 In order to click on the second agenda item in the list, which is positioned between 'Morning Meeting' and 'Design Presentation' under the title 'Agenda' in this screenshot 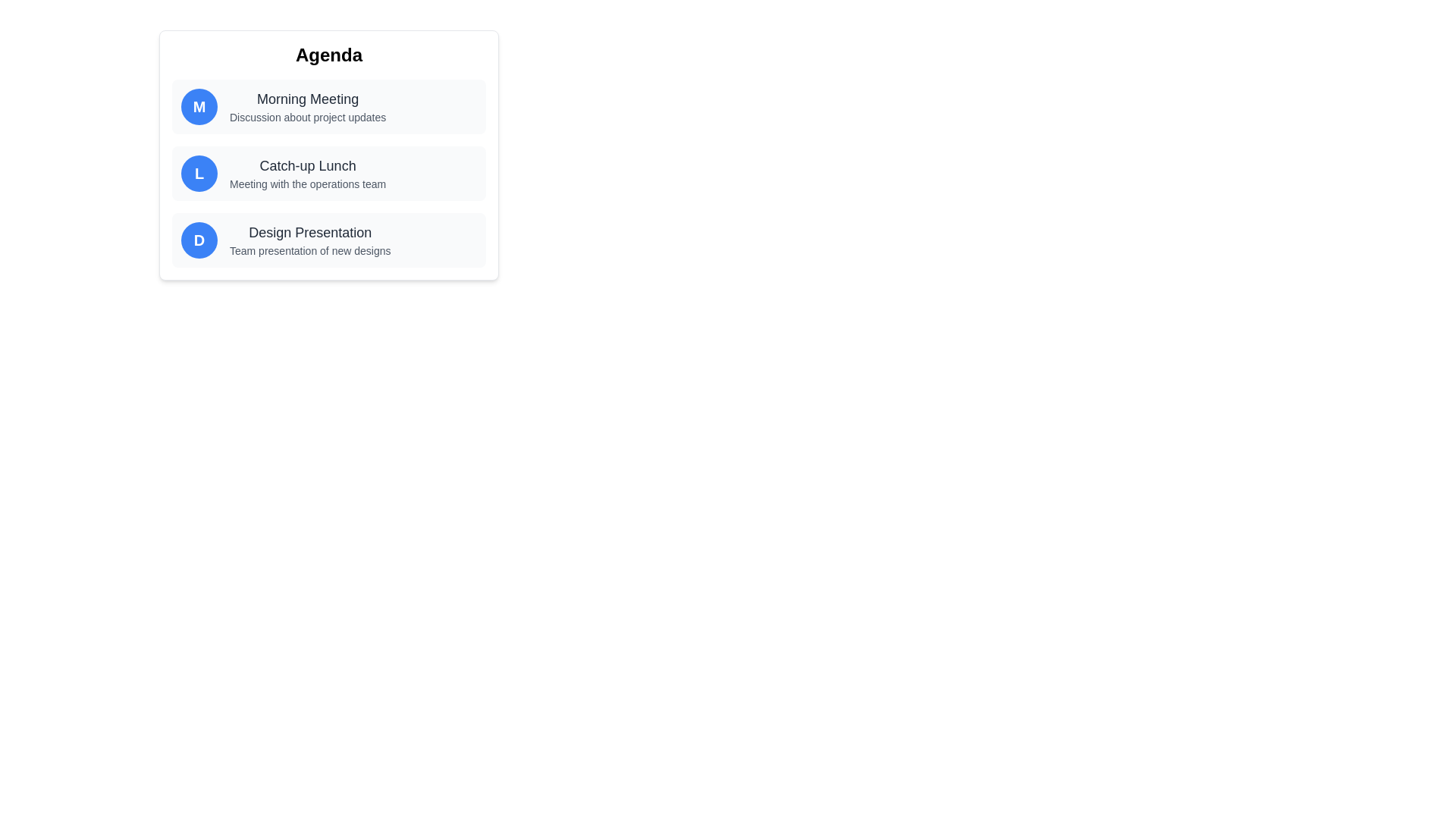, I will do `click(328, 172)`.